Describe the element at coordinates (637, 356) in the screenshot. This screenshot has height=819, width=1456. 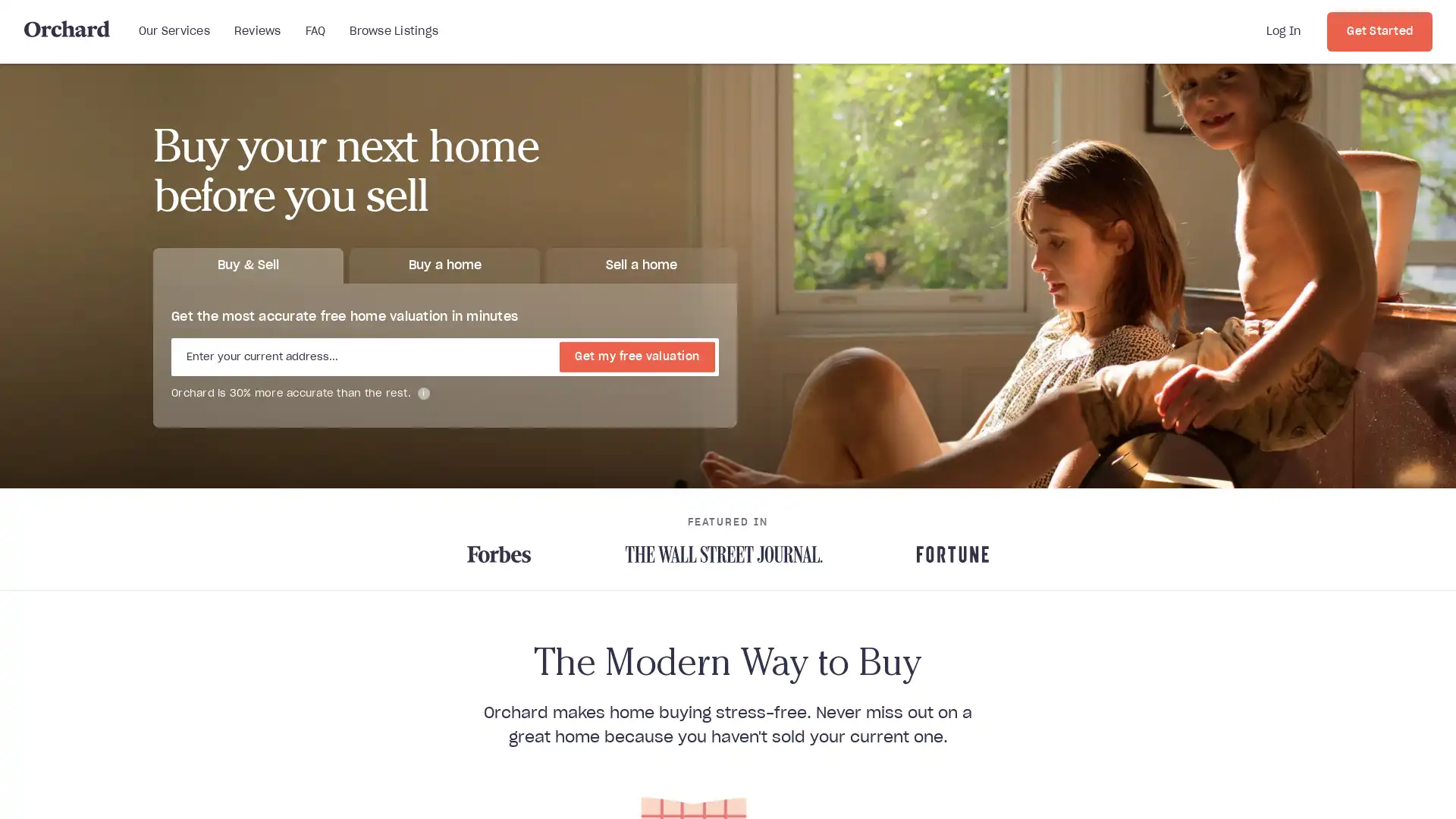
I see `Get my free valuation` at that location.